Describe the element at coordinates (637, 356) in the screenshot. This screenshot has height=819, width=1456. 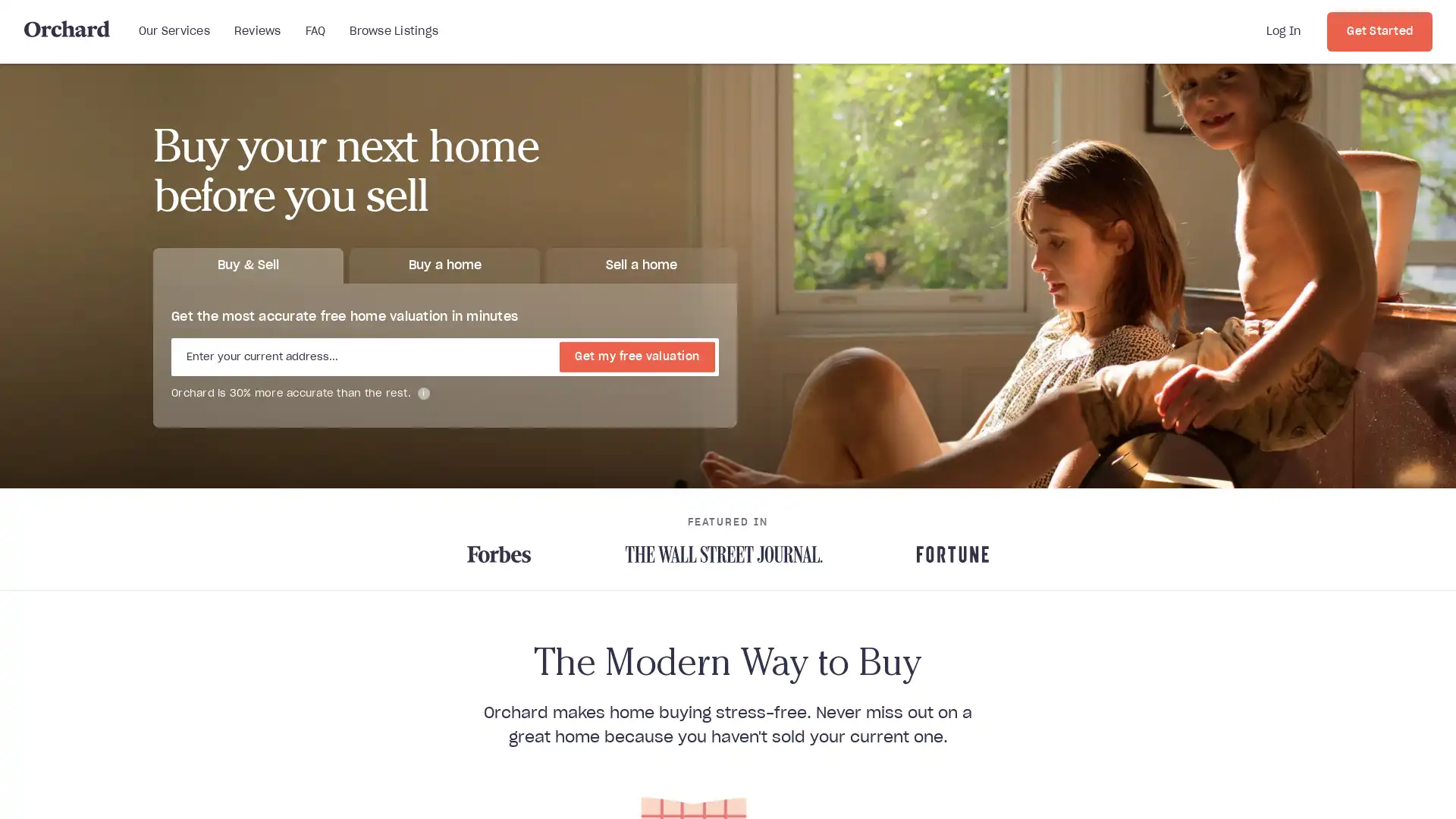
I see `Get my free valuation` at that location.